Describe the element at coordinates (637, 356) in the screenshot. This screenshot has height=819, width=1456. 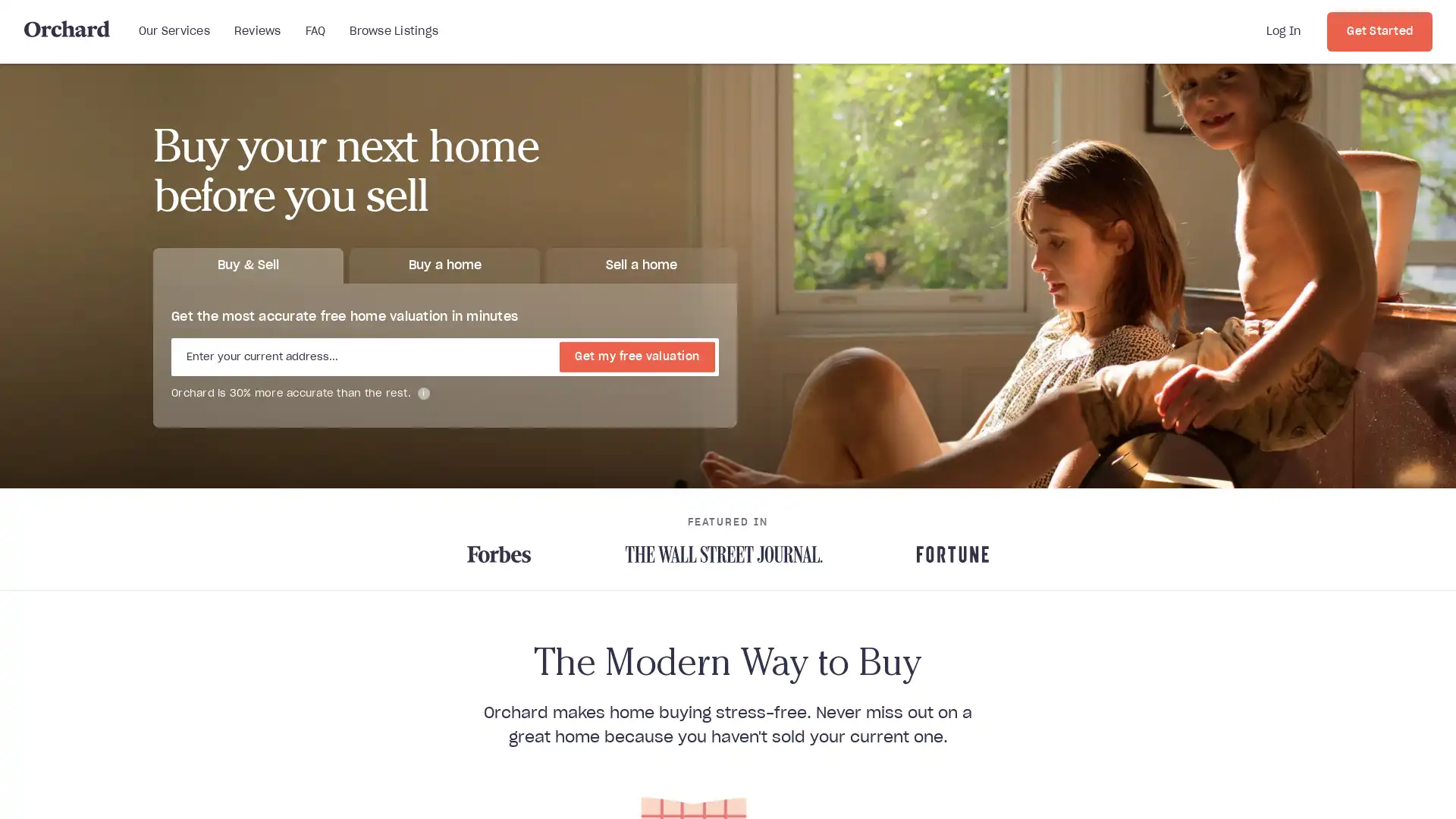
I see `Get my free valuation` at that location.